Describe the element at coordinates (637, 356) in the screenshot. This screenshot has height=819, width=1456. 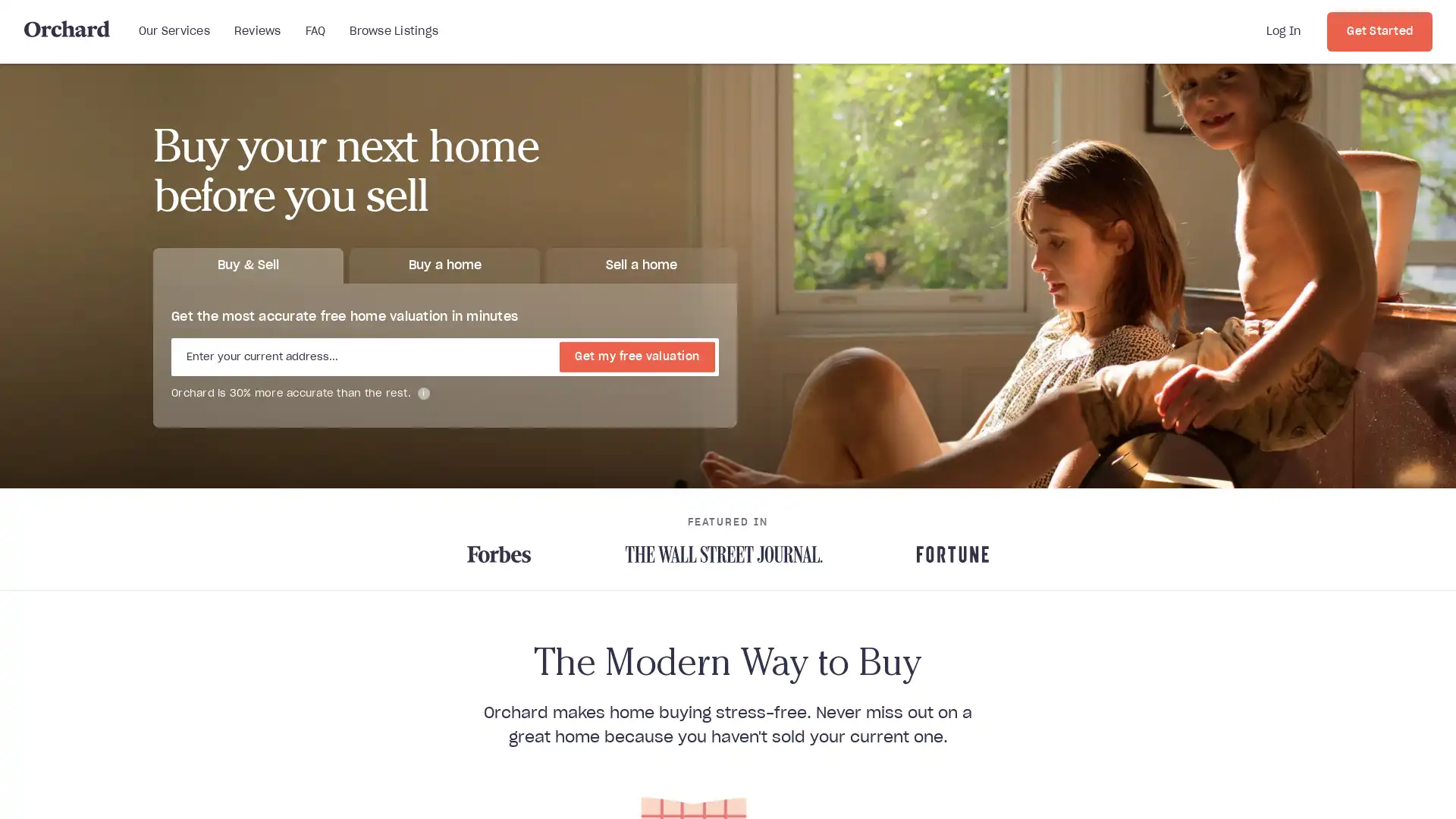
I see `Get my free valuation` at that location.